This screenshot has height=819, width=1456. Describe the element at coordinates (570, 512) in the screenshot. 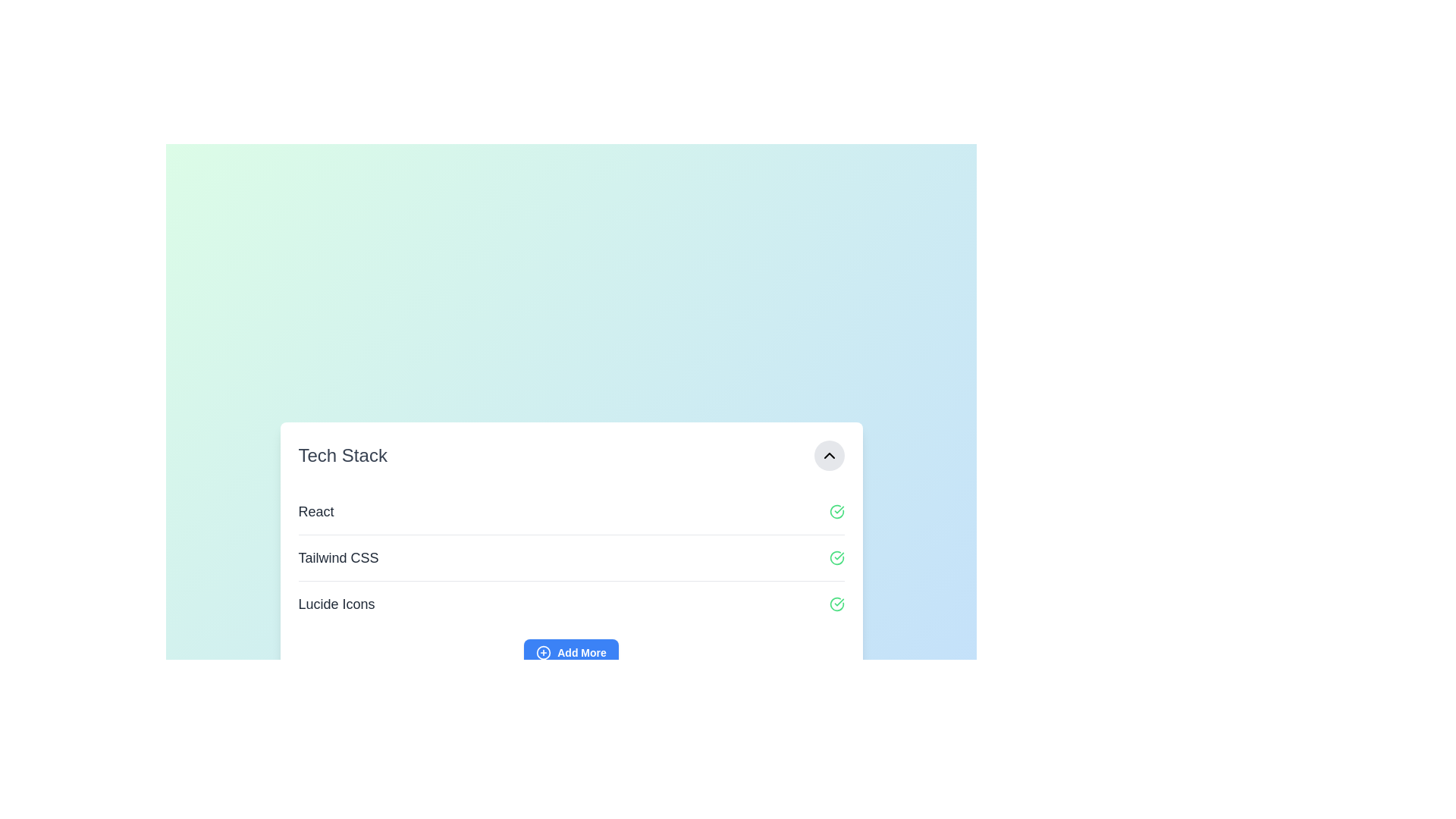

I see `the first list item labeled 'React'` at that location.